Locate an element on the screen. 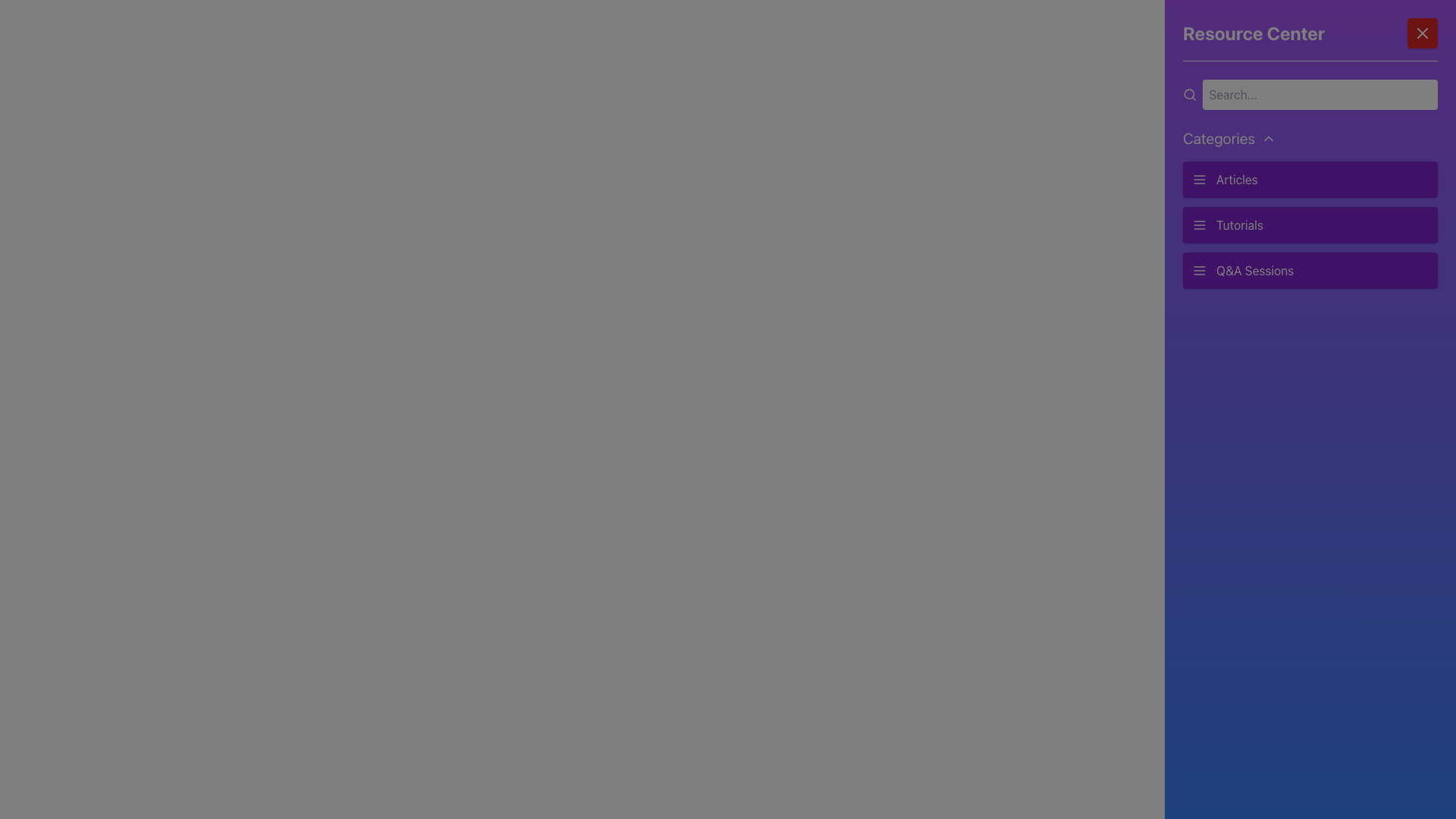 Image resolution: width=1456 pixels, height=819 pixels. the 'X' icon button located in the upper-right corner of the purple sidebar panel next to the title 'Resource Center' is located at coordinates (1422, 33).